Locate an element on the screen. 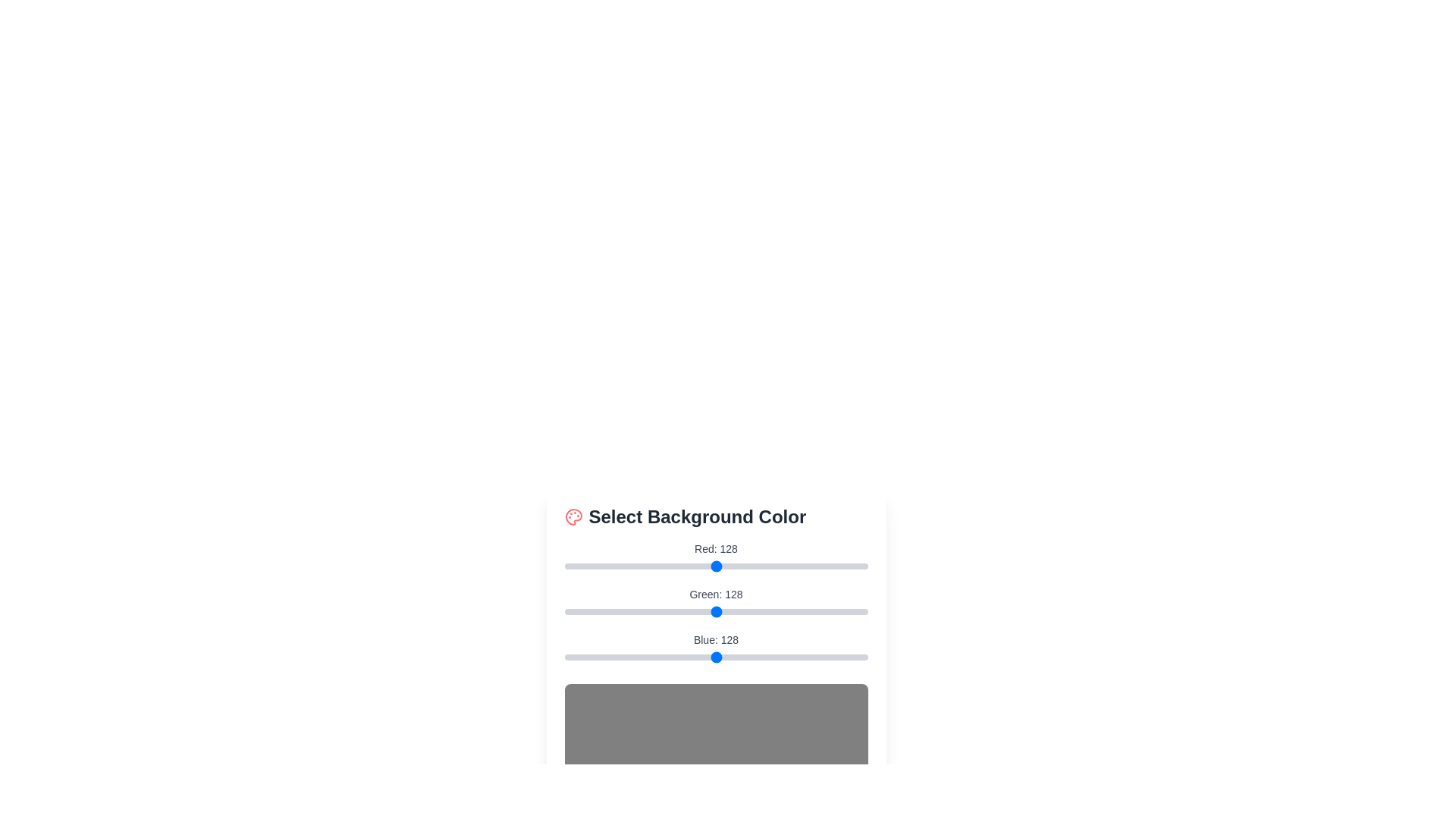 The height and width of the screenshot is (819, 1456). the blue color slider to 53 by dragging the slider is located at coordinates (627, 657).